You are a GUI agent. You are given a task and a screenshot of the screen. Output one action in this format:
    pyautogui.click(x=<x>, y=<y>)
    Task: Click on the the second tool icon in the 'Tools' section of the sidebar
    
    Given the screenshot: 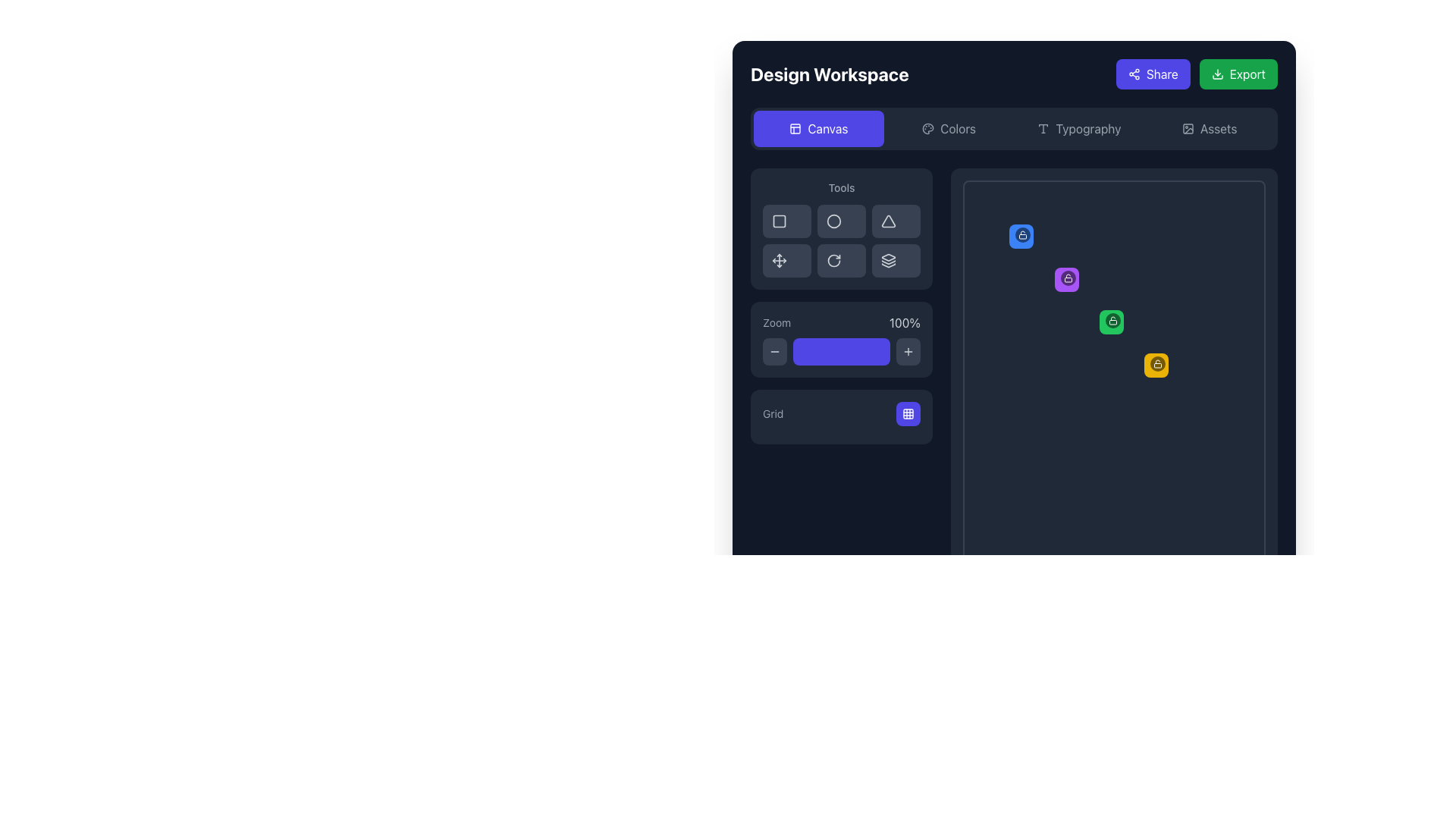 What is the action you would take?
    pyautogui.click(x=833, y=221)
    